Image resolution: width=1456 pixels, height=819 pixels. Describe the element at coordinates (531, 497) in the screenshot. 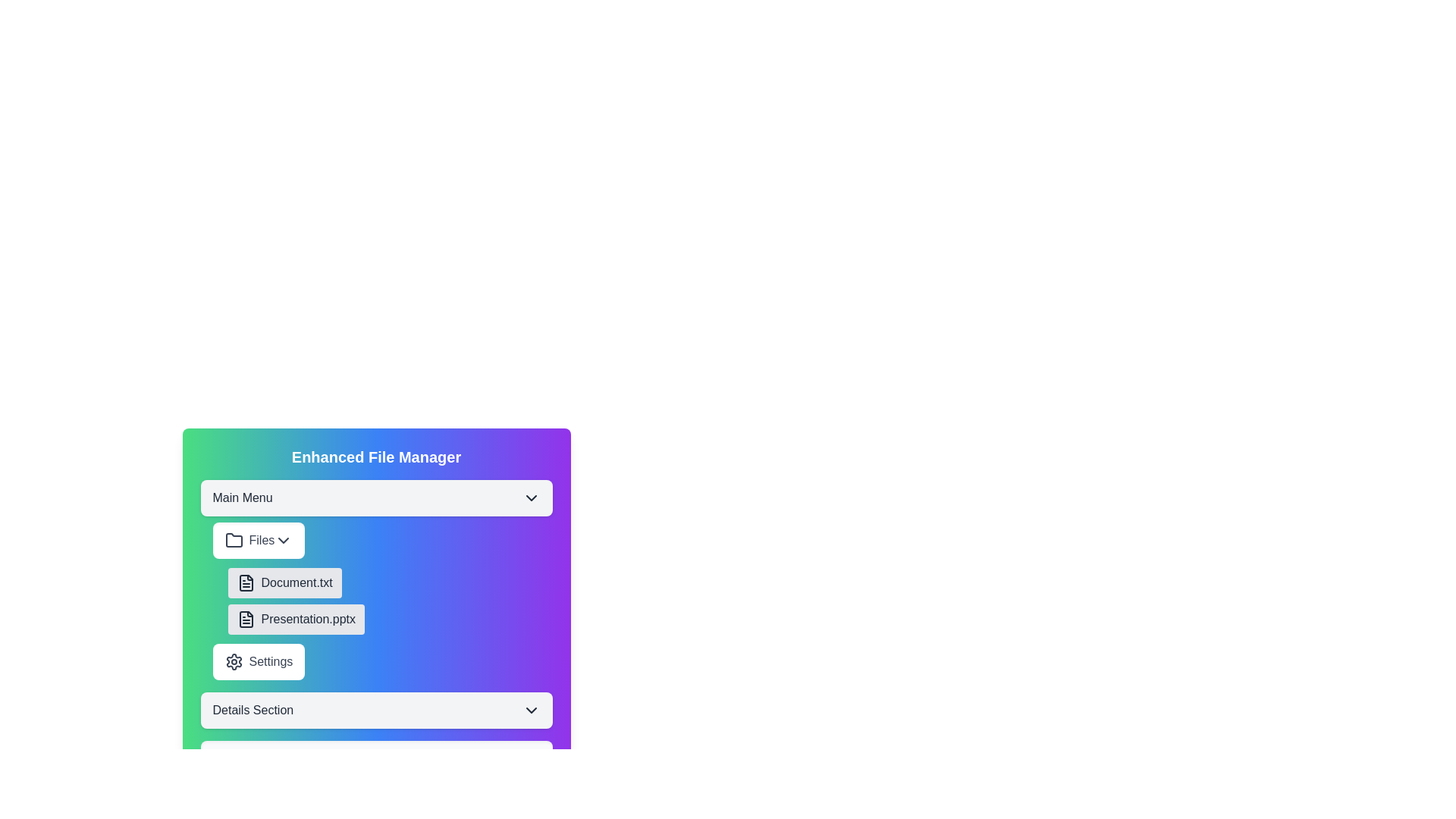

I see `the chevron-down icon located at the right end of the 'Main Menu' label` at that location.